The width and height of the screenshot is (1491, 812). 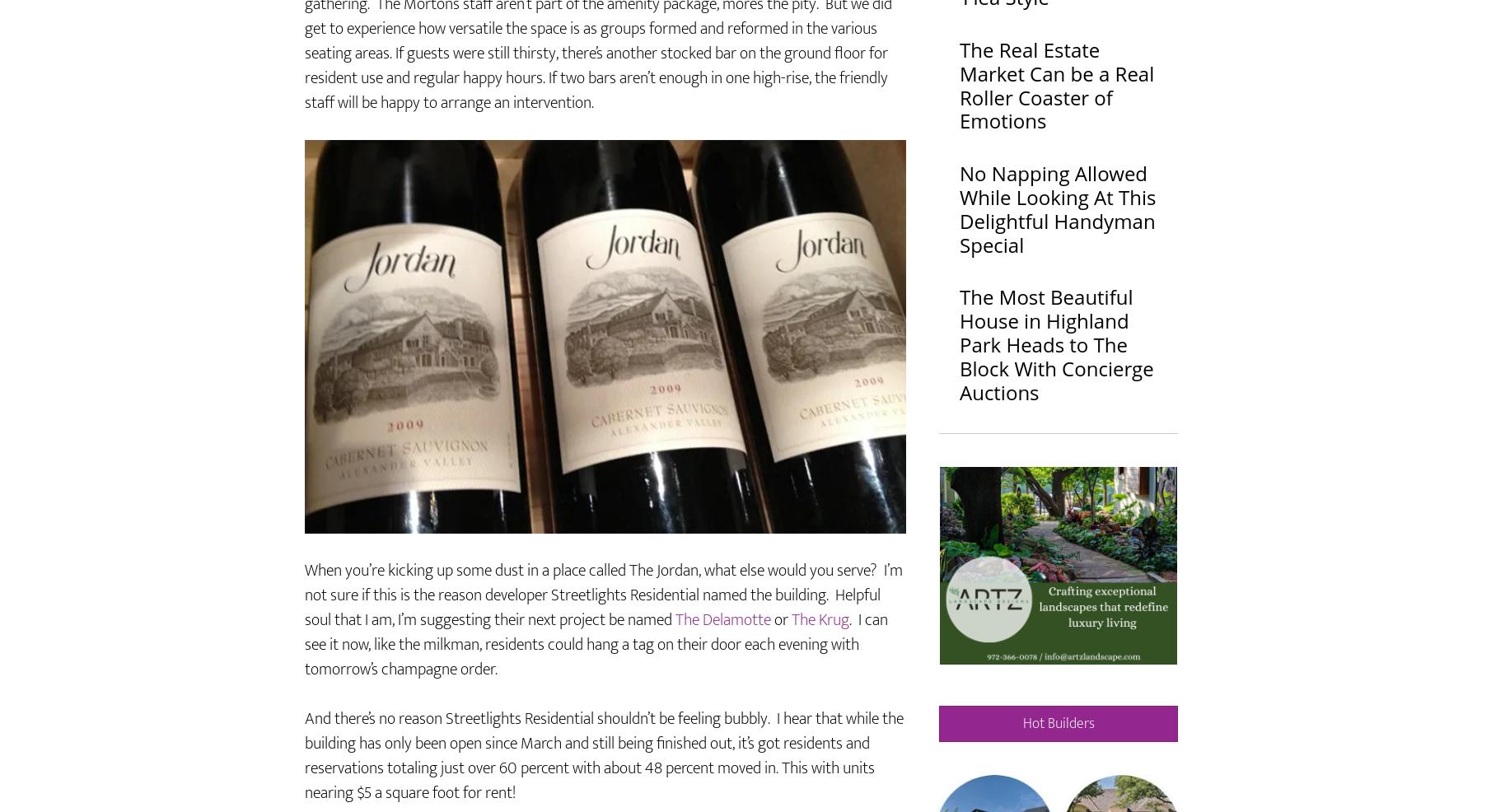 I want to click on 'Hot Builders', so click(x=1058, y=771).